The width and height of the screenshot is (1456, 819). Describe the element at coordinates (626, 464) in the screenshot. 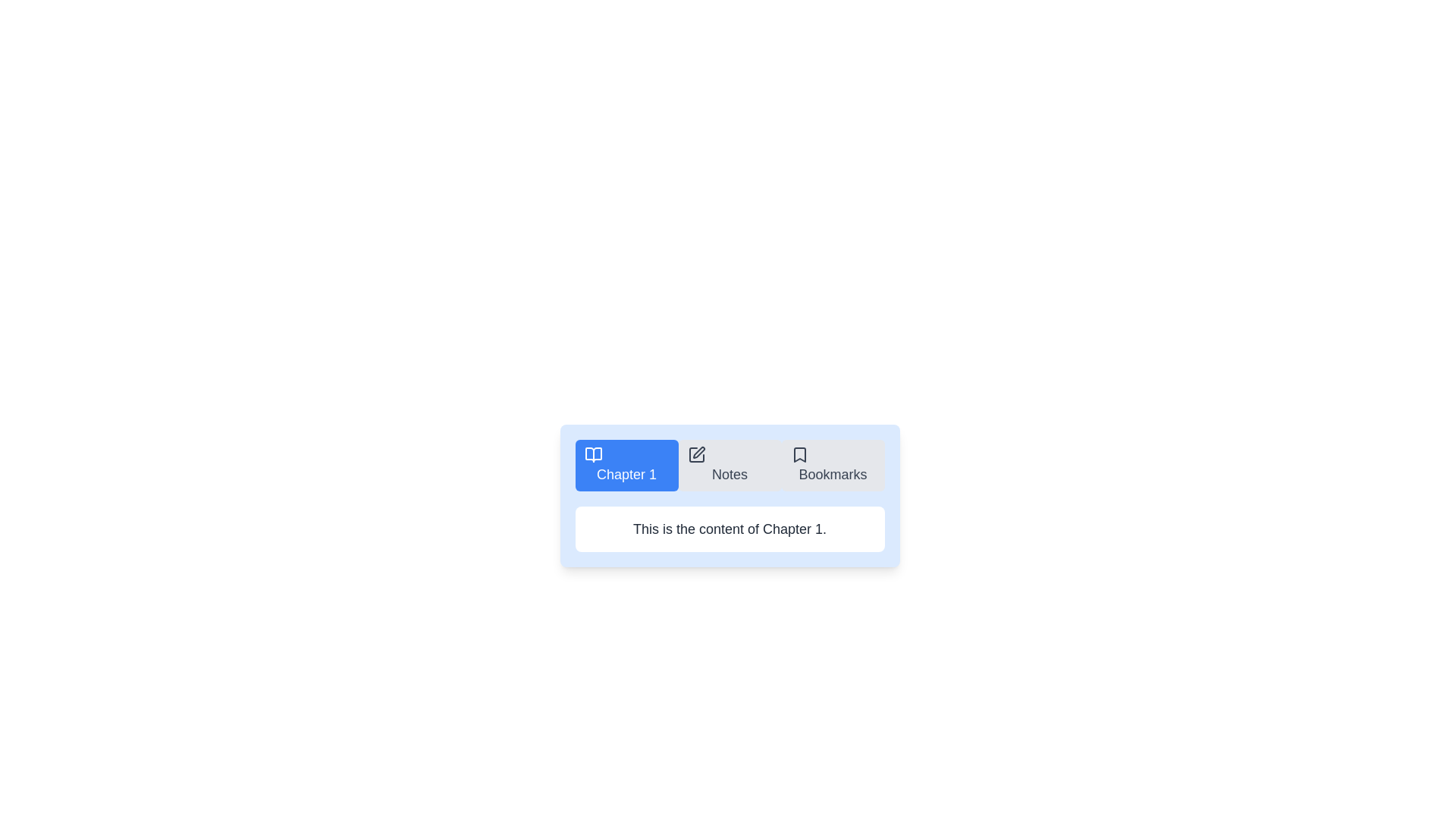

I see `the Chapter 1 tab by clicking on its button` at that location.